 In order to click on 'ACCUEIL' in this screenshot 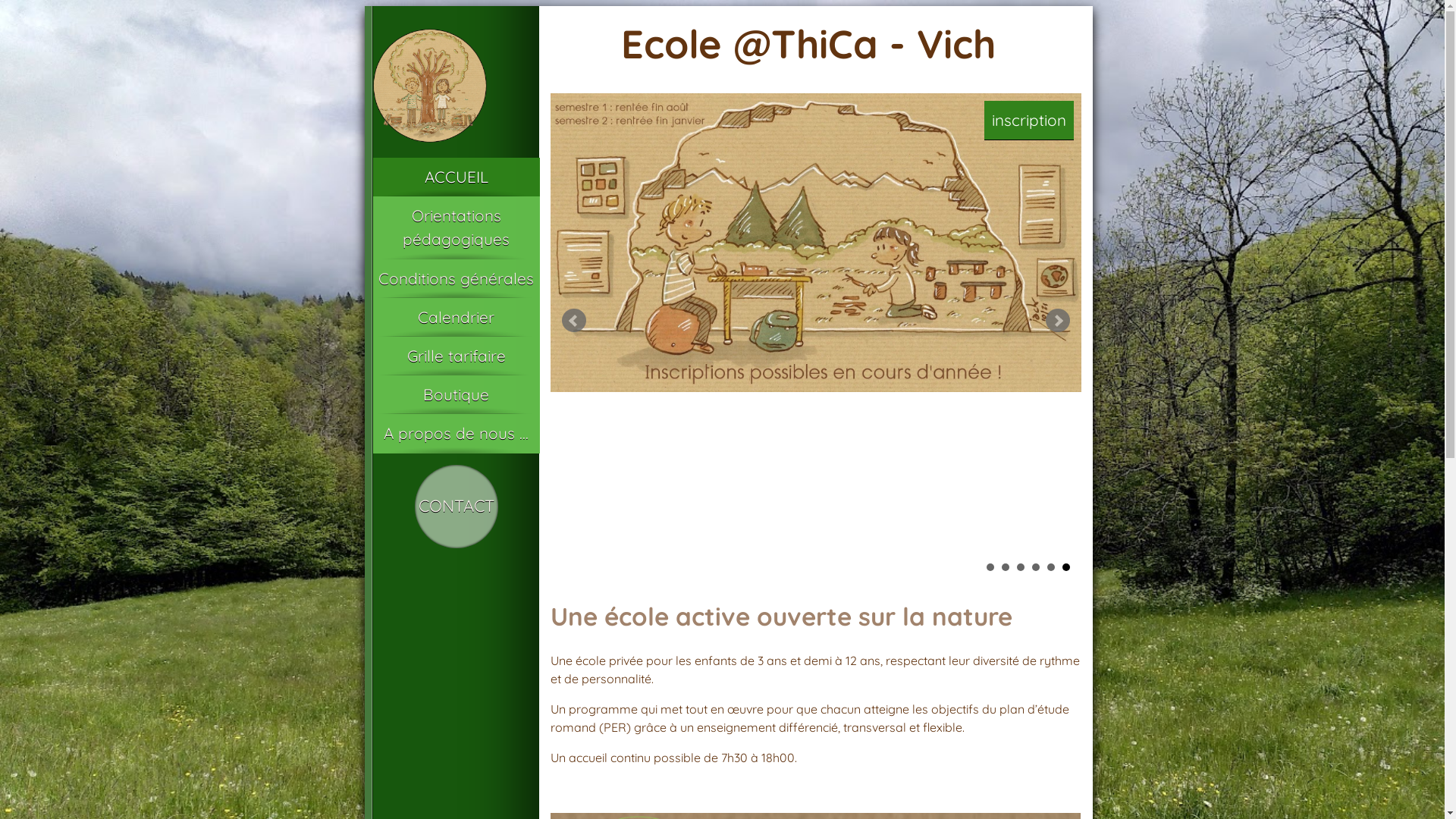, I will do `click(455, 176)`.